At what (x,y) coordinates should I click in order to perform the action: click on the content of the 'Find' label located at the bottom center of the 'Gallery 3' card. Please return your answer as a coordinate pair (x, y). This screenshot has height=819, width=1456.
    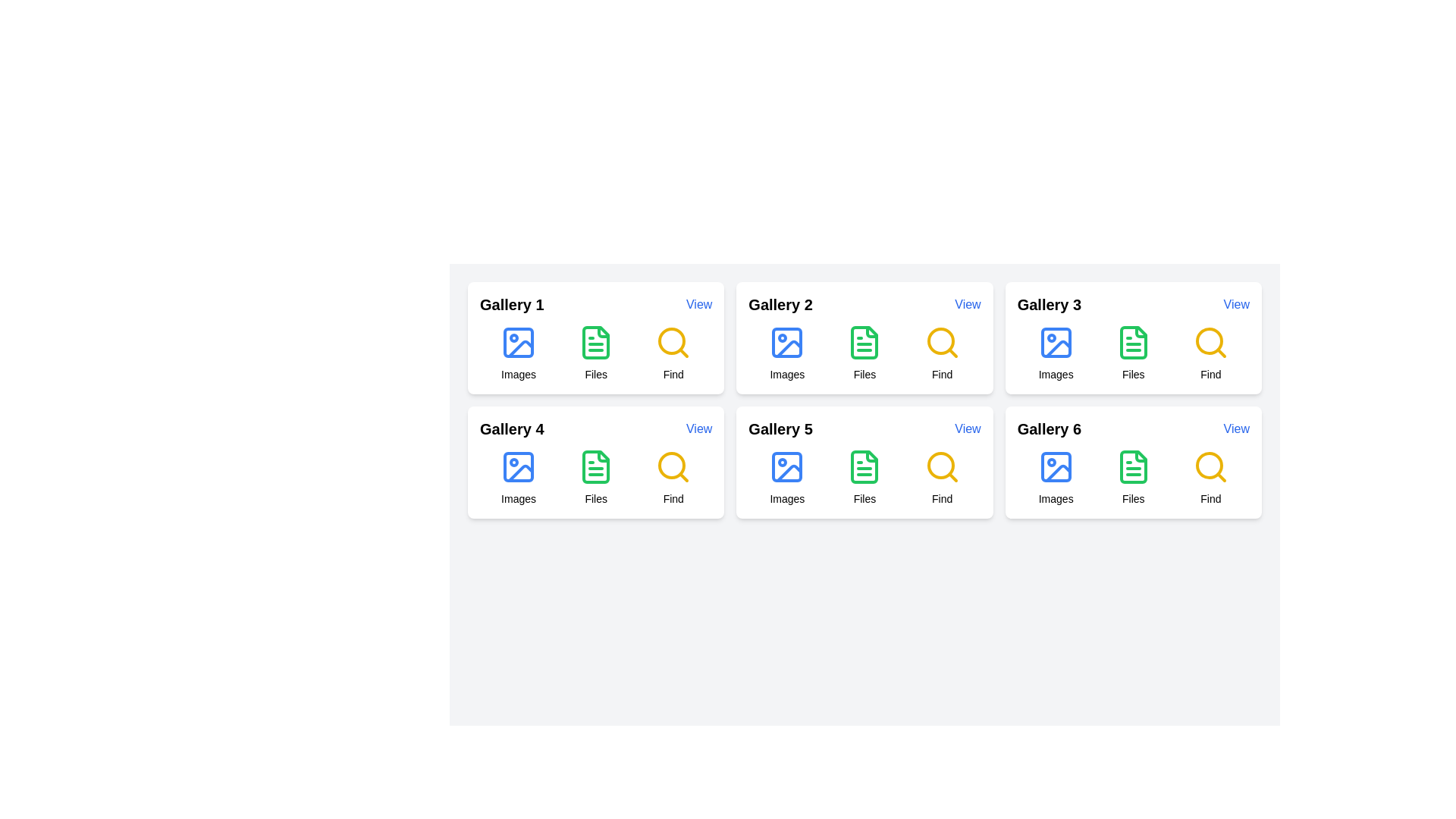
    Looking at the image, I should click on (1210, 374).